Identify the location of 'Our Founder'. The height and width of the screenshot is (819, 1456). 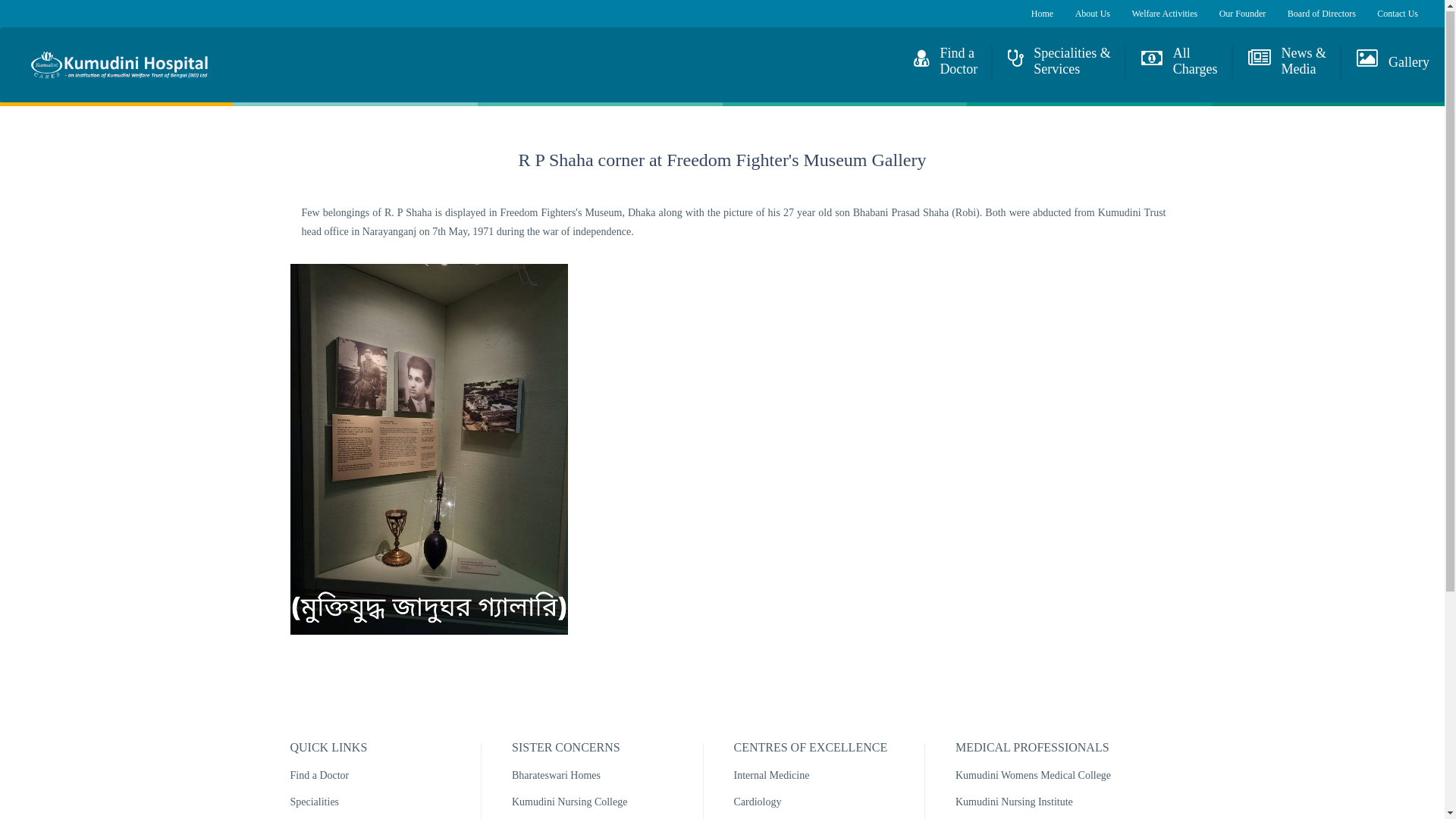
(1242, 14).